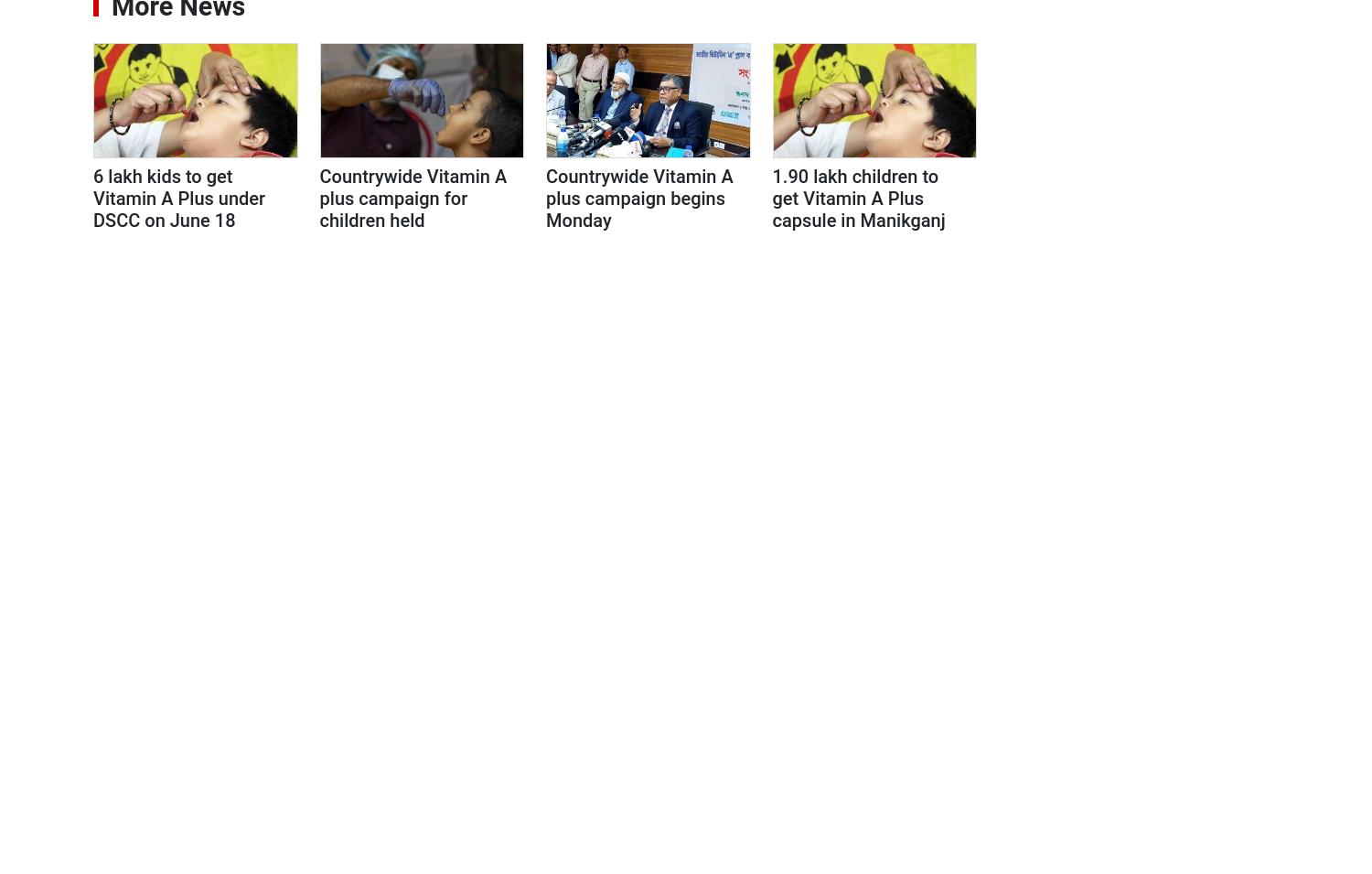 The width and height of the screenshot is (1372, 874). What do you see at coordinates (1159, 819) in the screenshot?
I see `'Peter Haas expresses concern over violent speech against his embassy officials'` at bounding box center [1159, 819].